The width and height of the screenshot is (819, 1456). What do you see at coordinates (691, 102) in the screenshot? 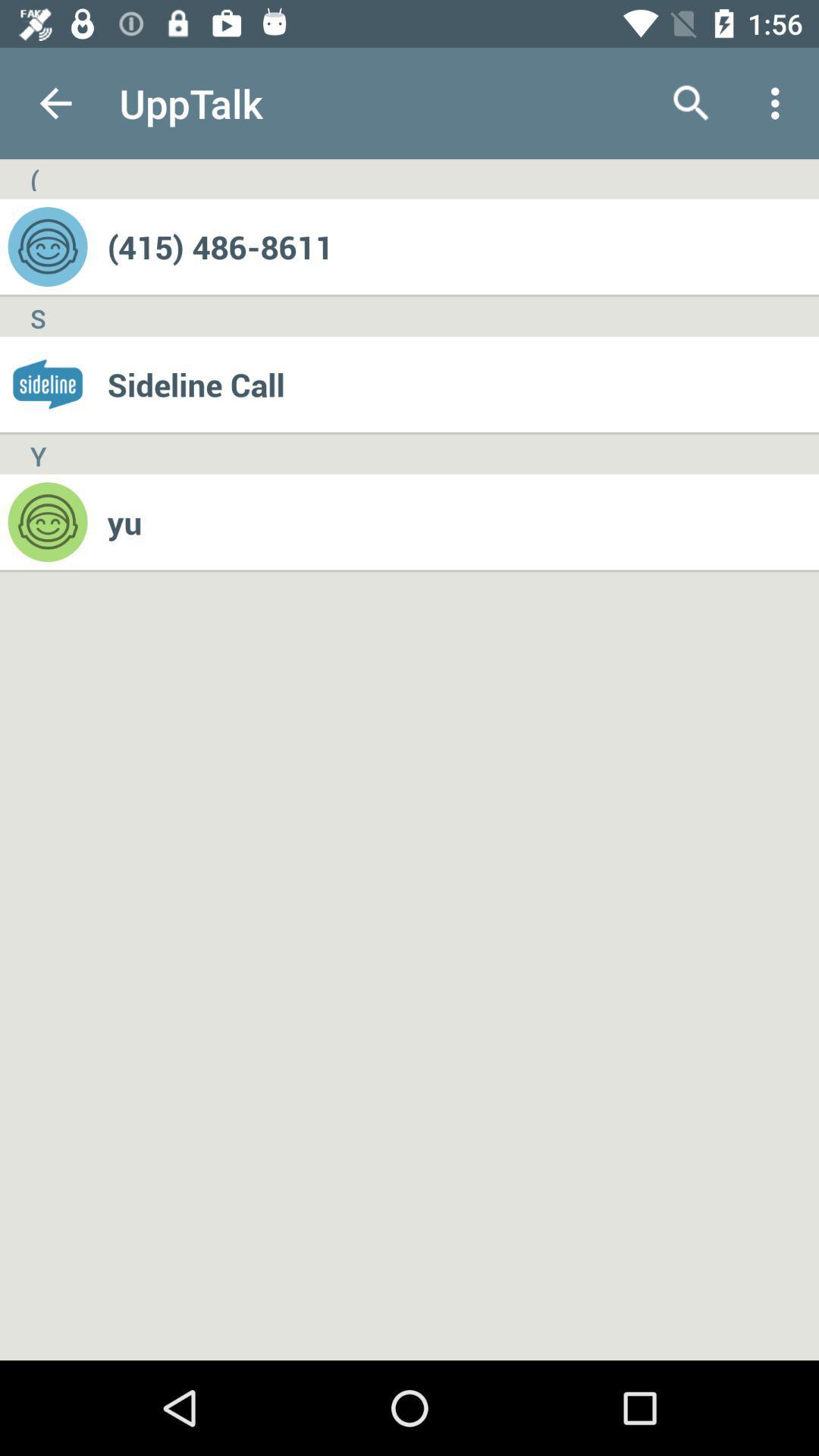
I see `the icon above (415) 486-8611` at bounding box center [691, 102].